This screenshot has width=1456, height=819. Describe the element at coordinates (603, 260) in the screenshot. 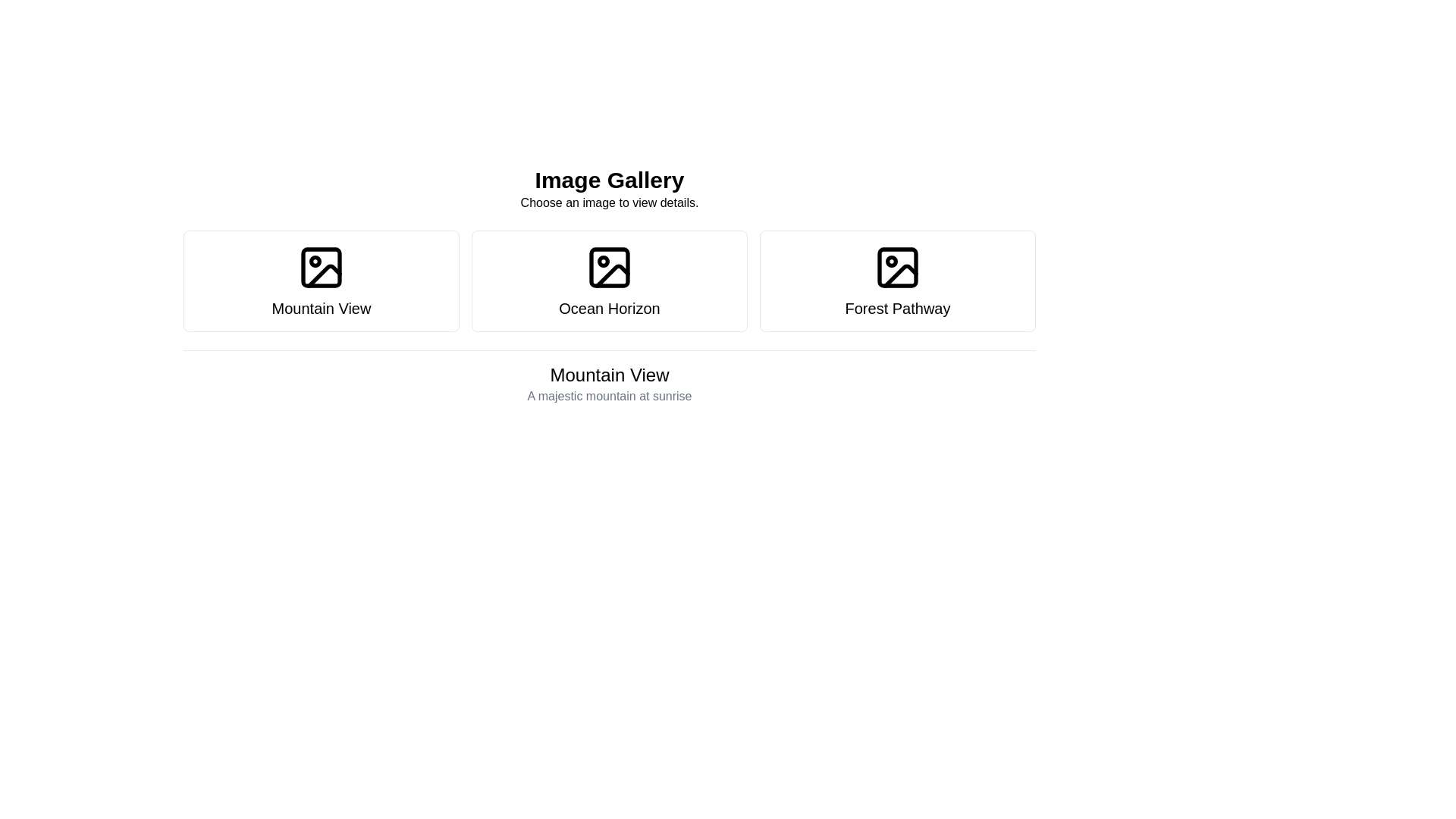

I see `the graphical detail circle within the 'Ocean Horizon' icon, located near the top-left corner of the icon` at that location.